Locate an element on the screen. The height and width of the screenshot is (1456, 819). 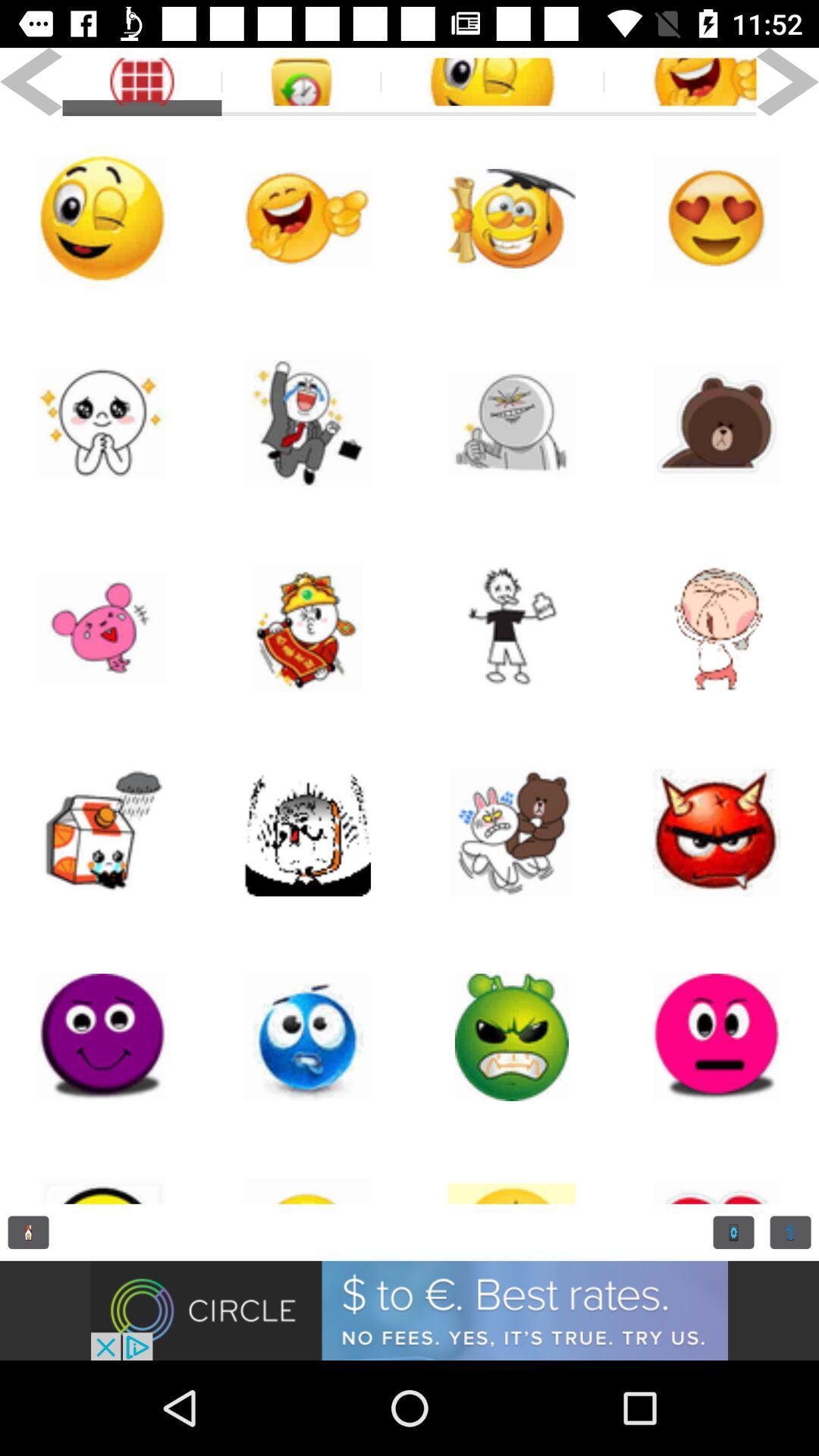
emoji is located at coordinates (307, 1037).